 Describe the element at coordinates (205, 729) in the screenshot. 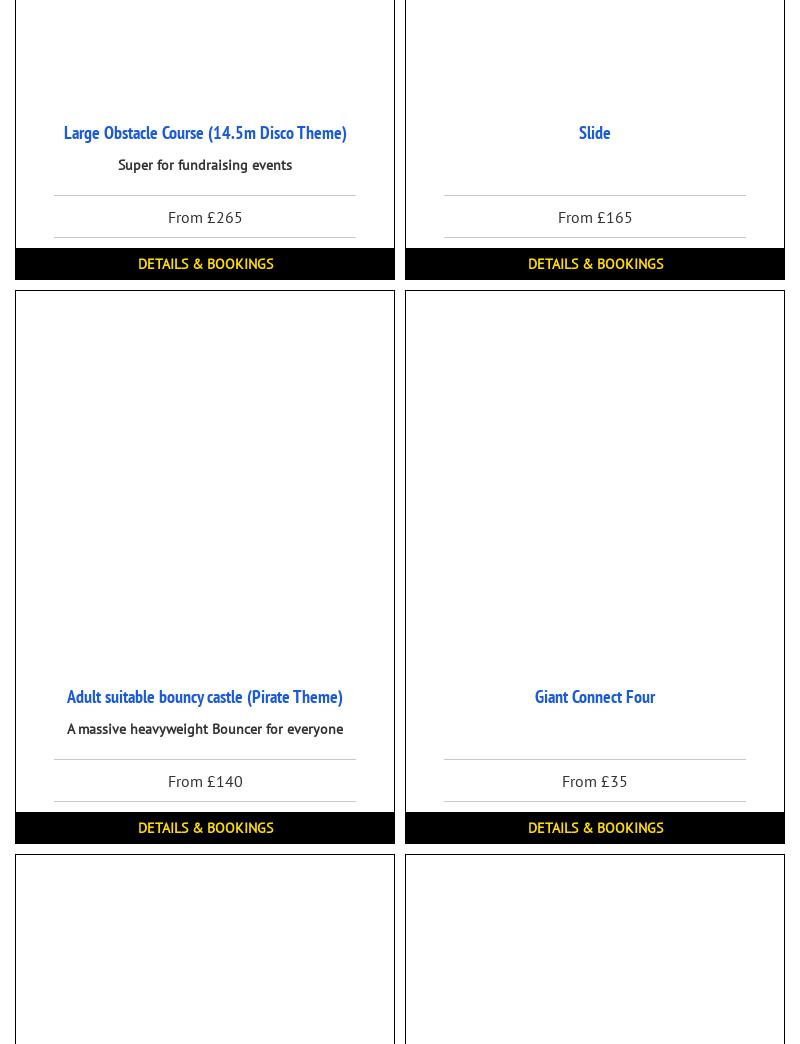

I see `'A massive heavyweight Bouncer for everyone'` at that location.